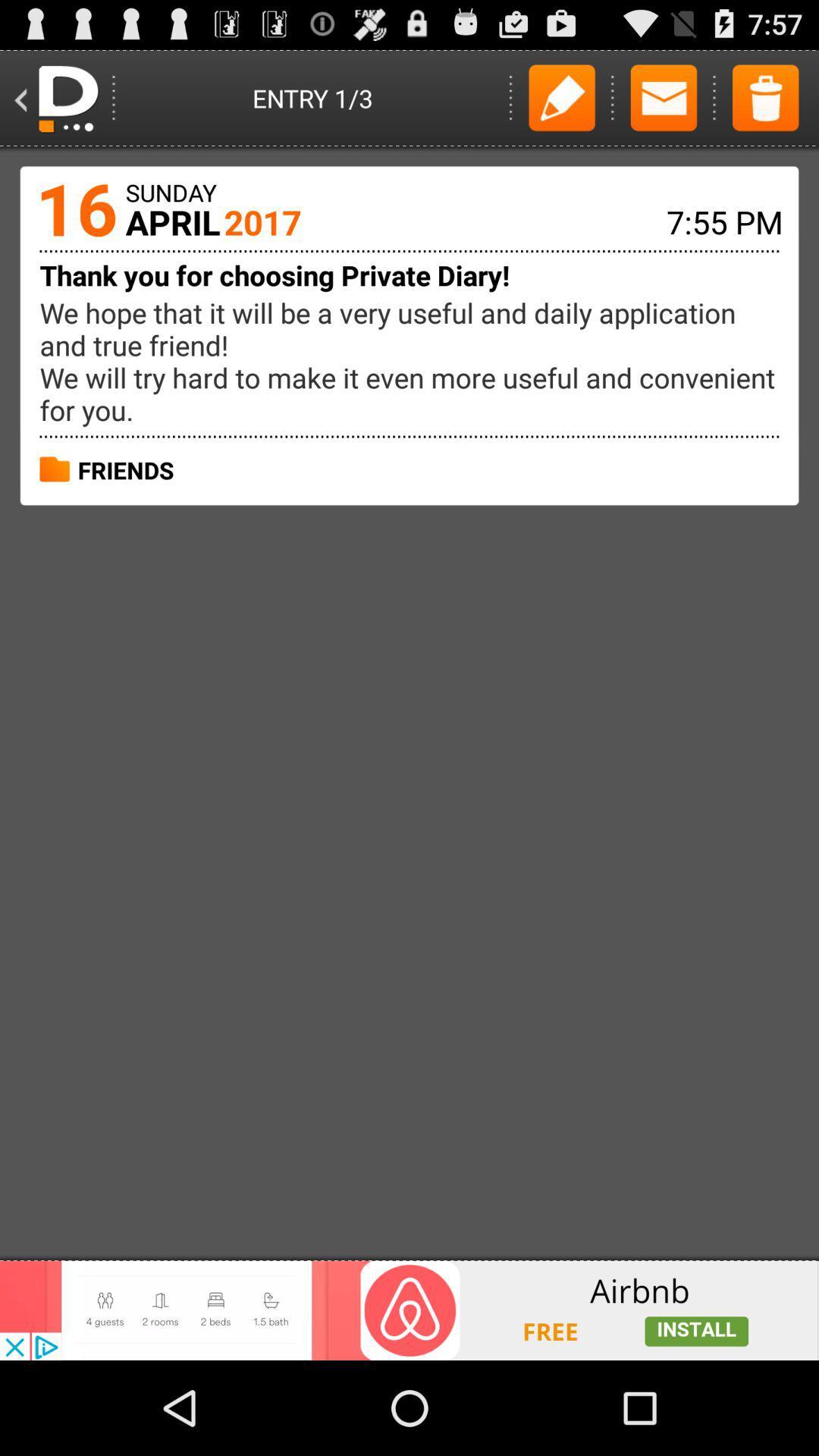 The height and width of the screenshot is (1456, 819). I want to click on the email icon, so click(663, 104).